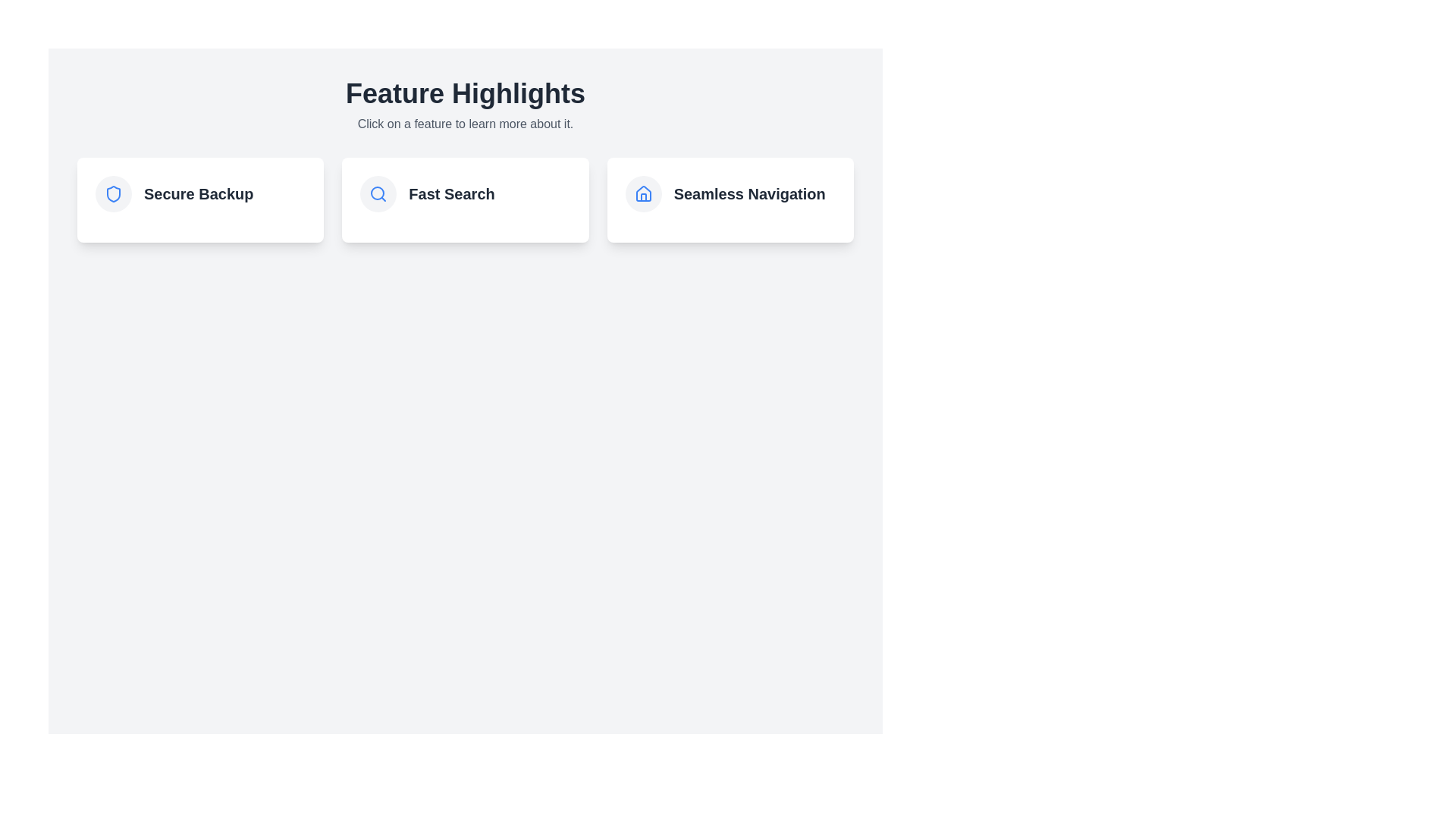 The image size is (1456, 819). What do you see at coordinates (112, 193) in the screenshot?
I see `the security feature icon located on the leftmost card titled 'Secure Backup' in the 'Feature Highlights' section, which is centered inside a circular area with a gray background` at bounding box center [112, 193].